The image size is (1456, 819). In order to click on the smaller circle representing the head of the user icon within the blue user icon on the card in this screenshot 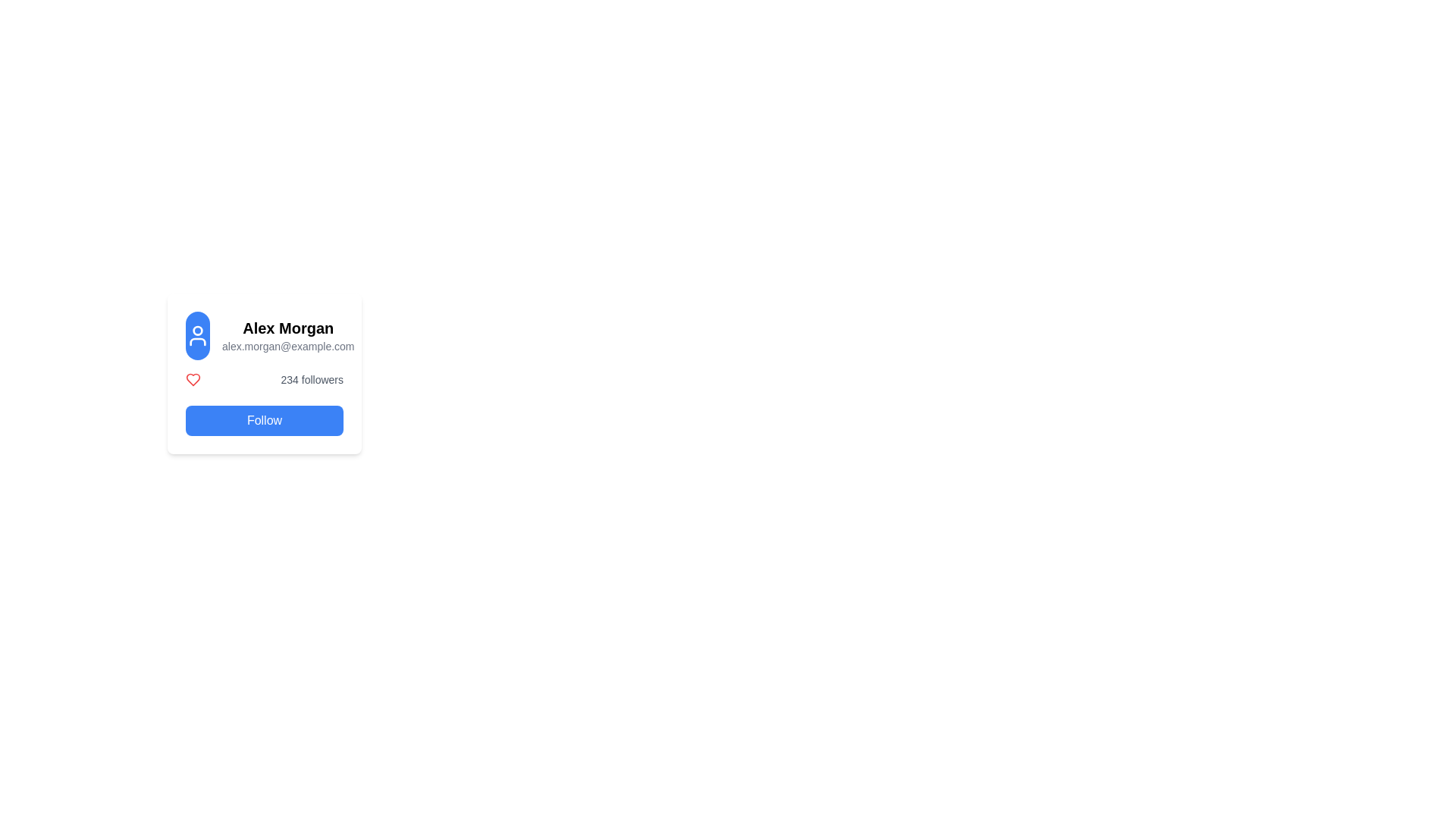, I will do `click(196, 330)`.